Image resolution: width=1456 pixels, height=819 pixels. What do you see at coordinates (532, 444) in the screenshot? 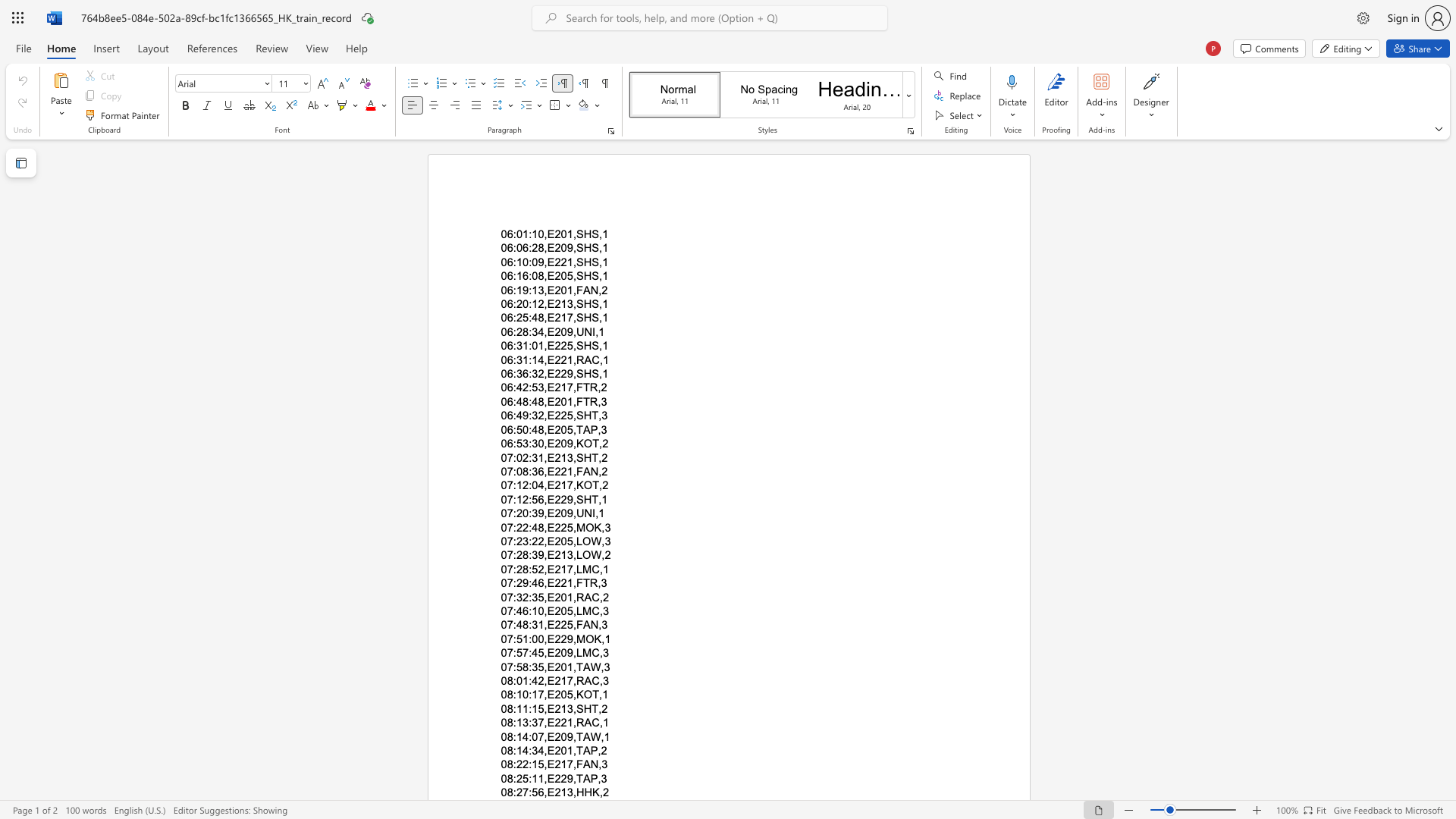
I see `the subset text "30,E209,KOT" within the text "06:53:30,E209,KOT,2"` at bounding box center [532, 444].